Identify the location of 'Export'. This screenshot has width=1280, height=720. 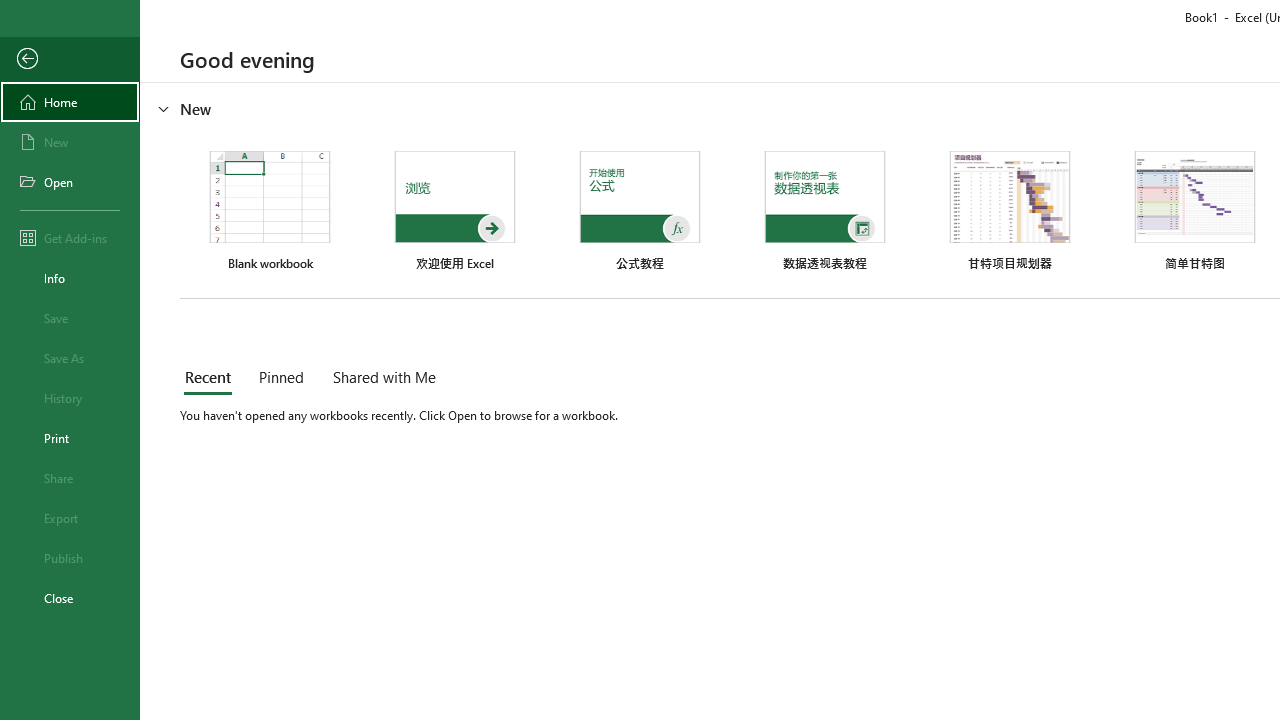
(69, 517).